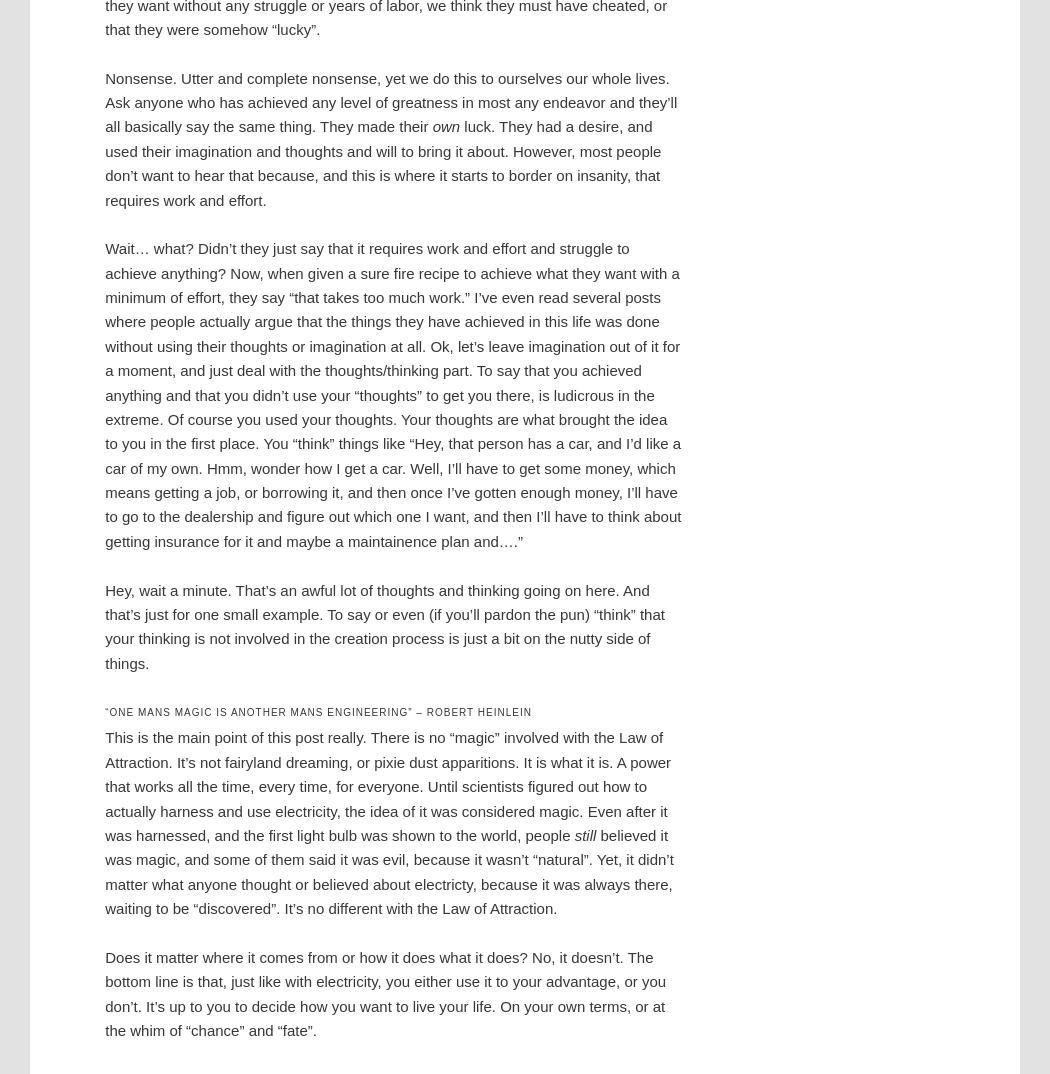  What do you see at coordinates (445, 125) in the screenshot?
I see `'own'` at bounding box center [445, 125].